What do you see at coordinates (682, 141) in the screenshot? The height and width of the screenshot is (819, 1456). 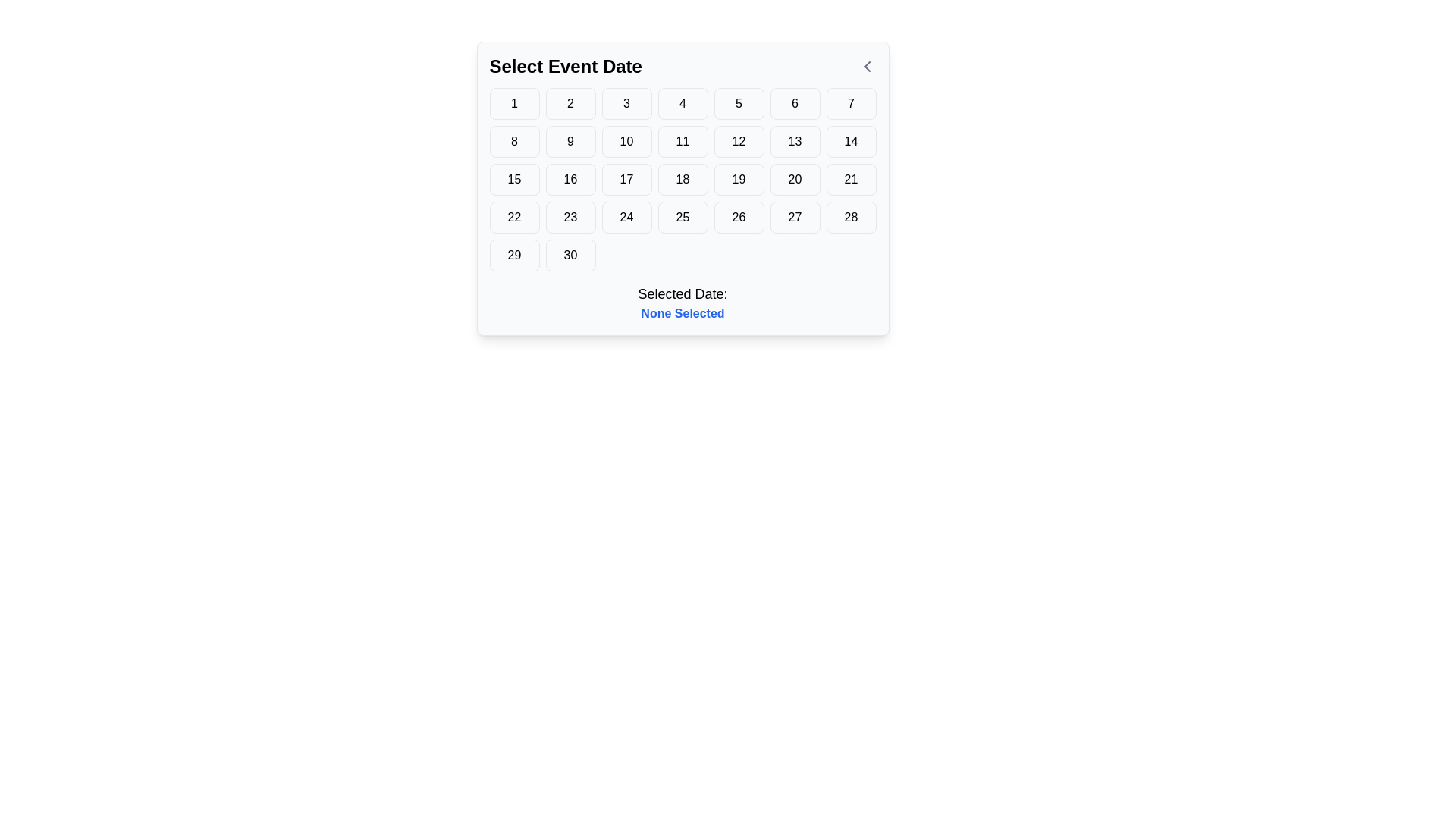 I see `the button labeled '11' in the date selection interface` at bounding box center [682, 141].